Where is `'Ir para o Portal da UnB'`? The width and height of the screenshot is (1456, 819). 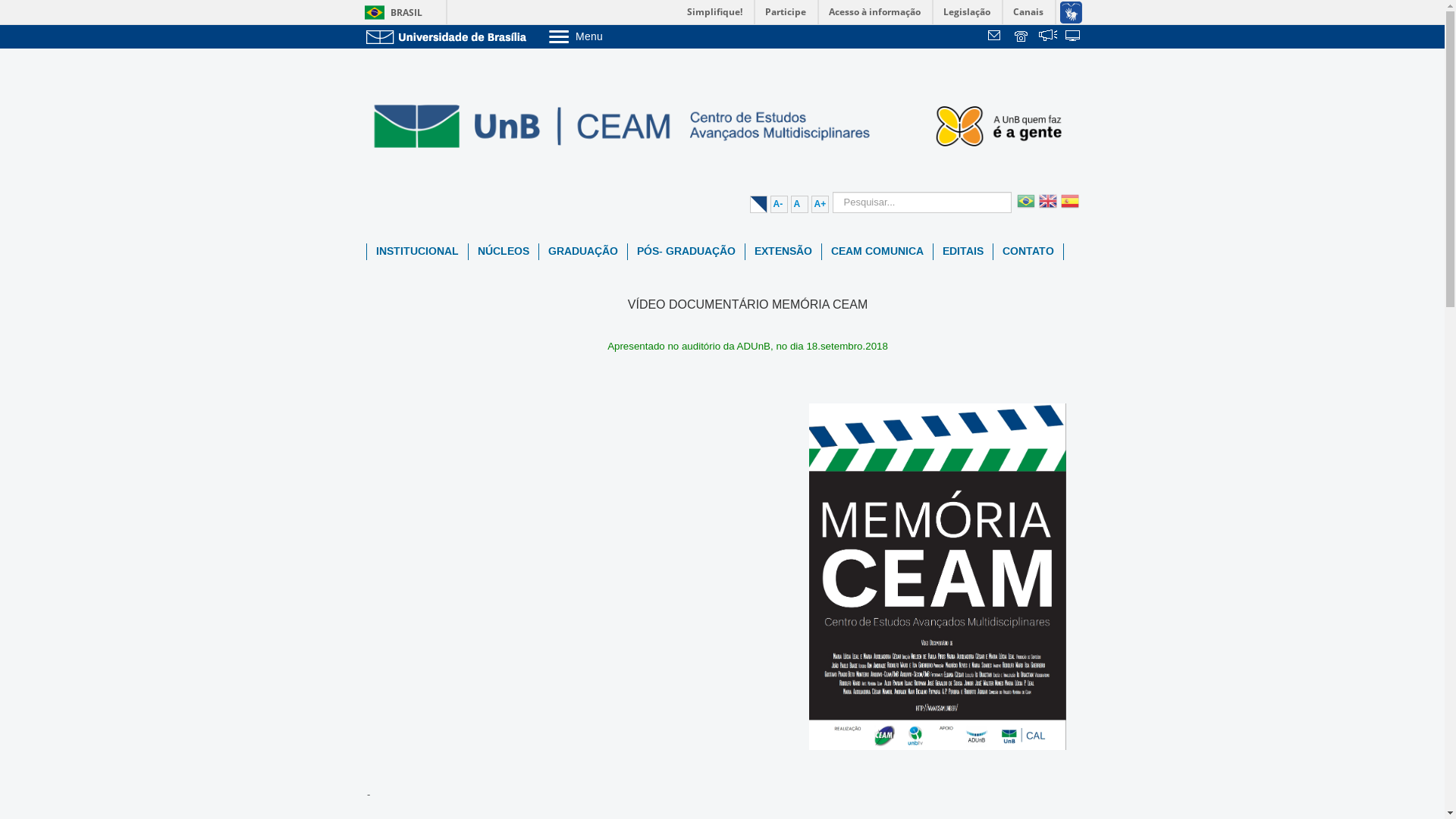 'Ir para o Portal da UnB' is located at coordinates (447, 36).